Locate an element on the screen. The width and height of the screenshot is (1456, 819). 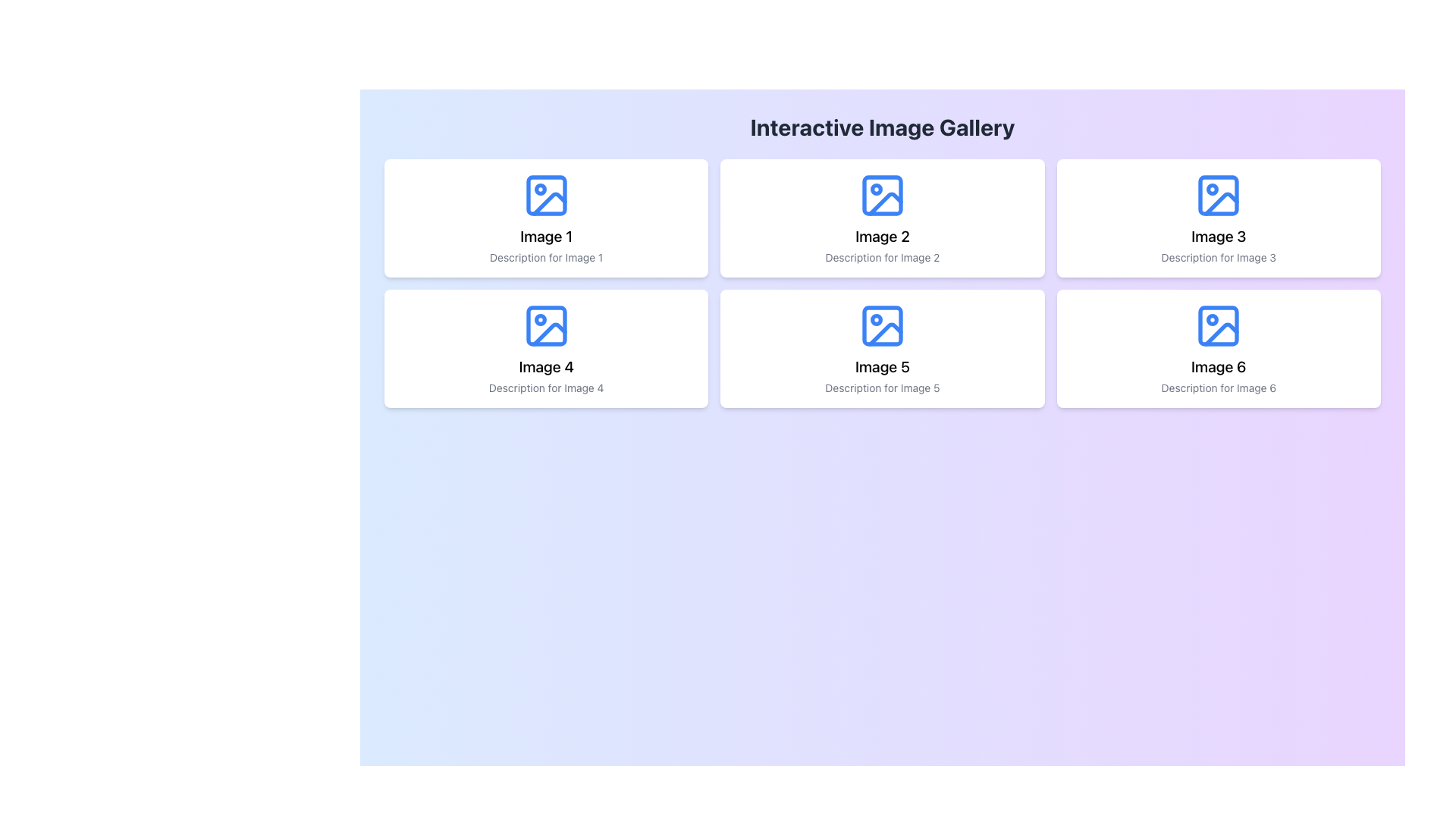
the circular marker located in the upper-left corner of the image thumbnail representing 'Image 5' in the gallery layout is located at coordinates (877, 318).